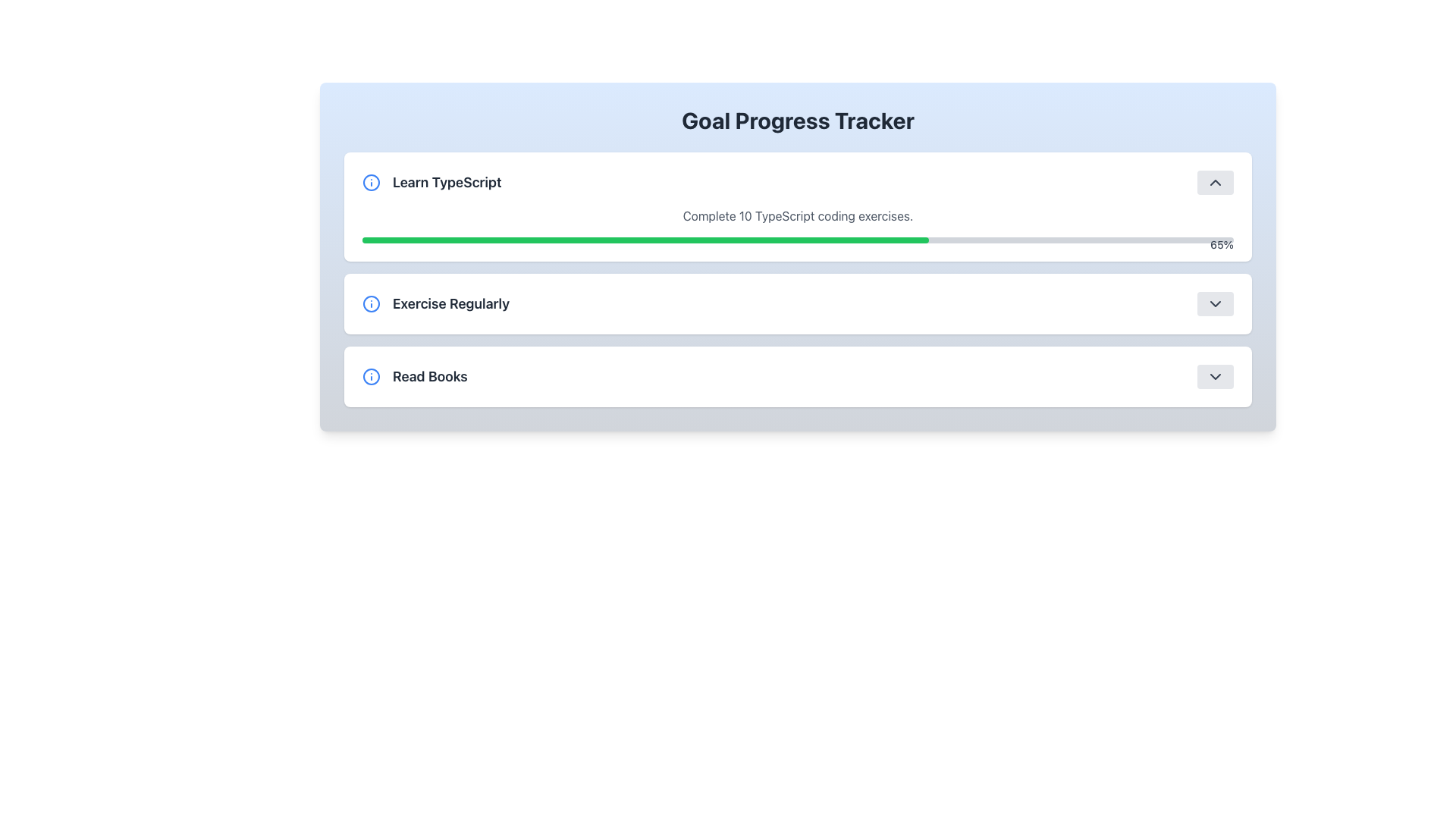 This screenshot has width=1456, height=819. What do you see at coordinates (797, 225) in the screenshot?
I see `displayed progress percentage of the Progress Bar located under the header 'Learn TypeScript', which is the second component in the section` at bounding box center [797, 225].